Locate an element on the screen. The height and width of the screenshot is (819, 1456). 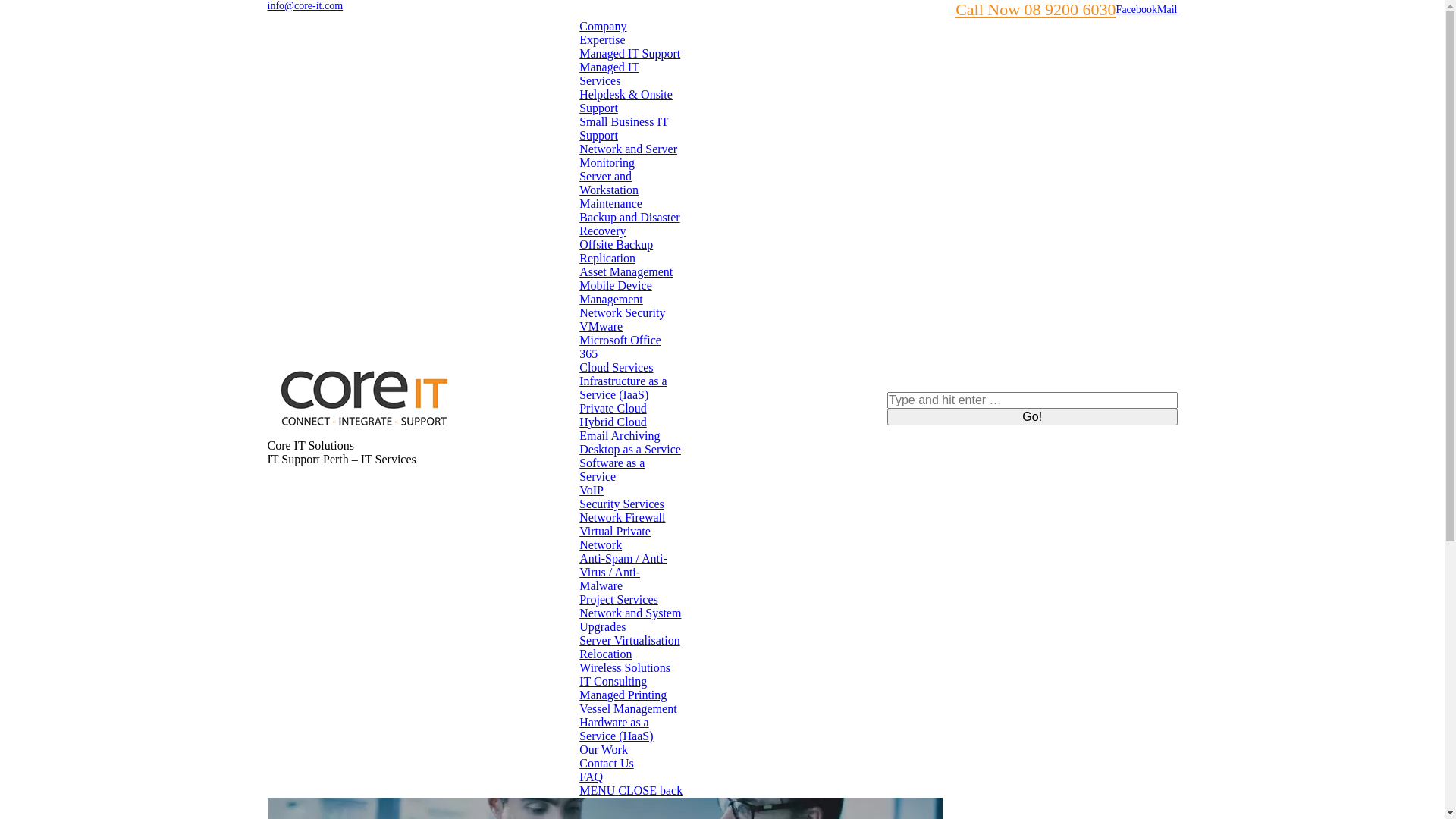
'Network Firewall' is located at coordinates (622, 516).